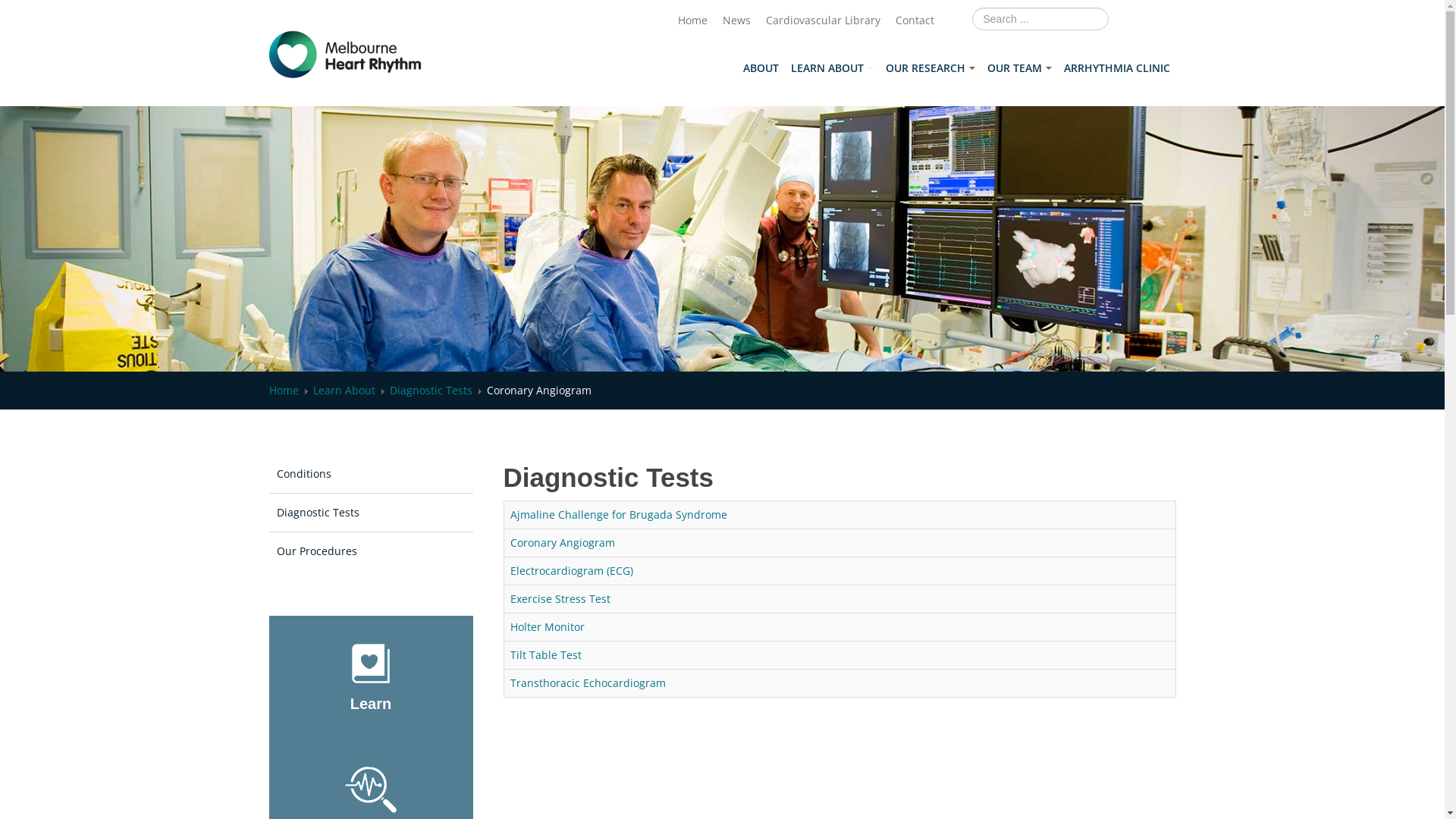 The image size is (1456, 819). I want to click on 'ARRHYTHMIA CLINIC', so click(1116, 67).